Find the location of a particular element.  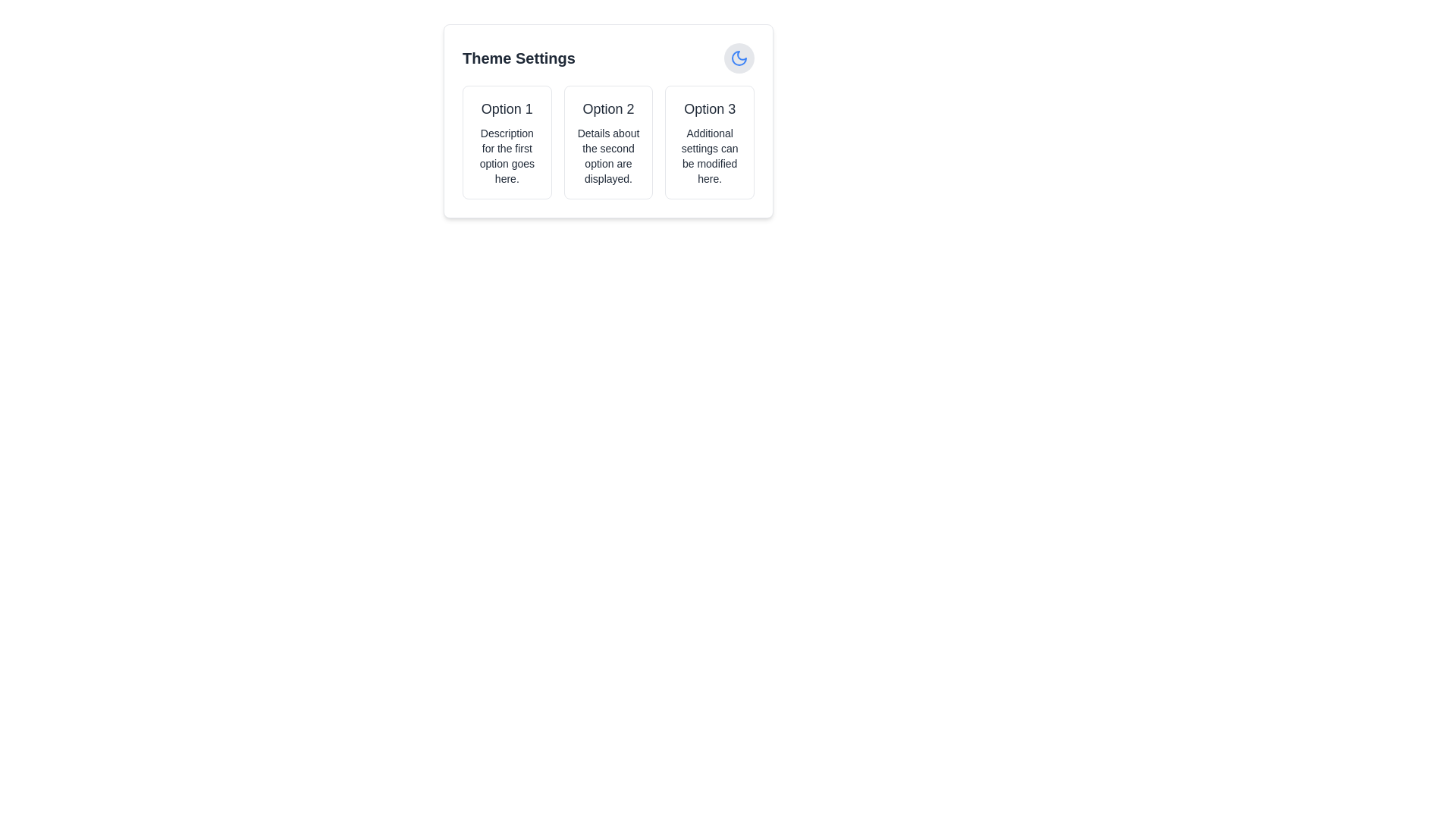

the 'Option 2' text label located at the top of the second card, which is under the 'Theme Settings' heading and between 'Option 1' and 'Option 3' is located at coordinates (608, 108).